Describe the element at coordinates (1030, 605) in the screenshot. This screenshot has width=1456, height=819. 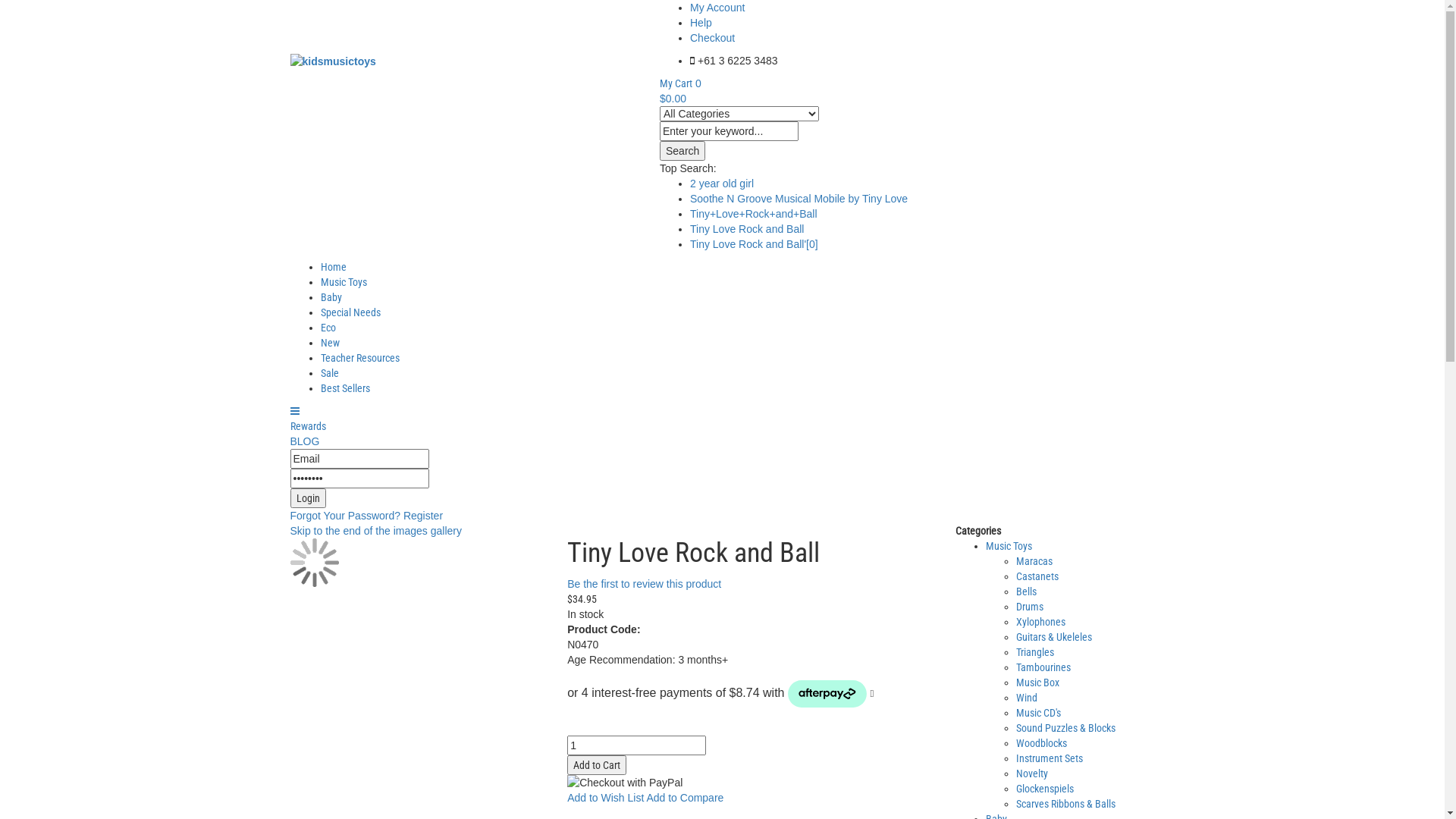
I see `'Drums'` at that location.